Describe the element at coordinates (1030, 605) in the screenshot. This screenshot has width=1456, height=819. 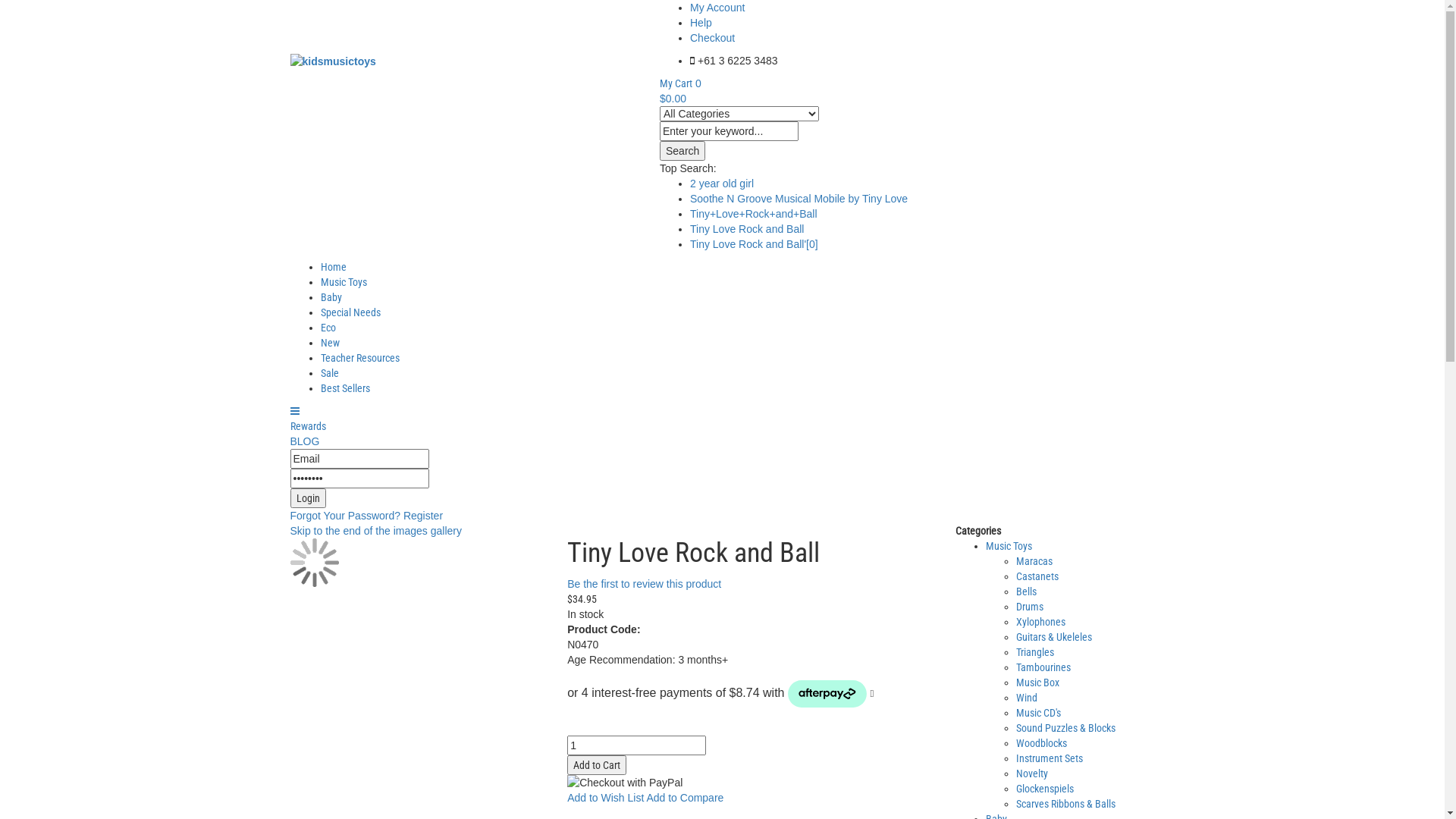
I see `'Drums'` at that location.